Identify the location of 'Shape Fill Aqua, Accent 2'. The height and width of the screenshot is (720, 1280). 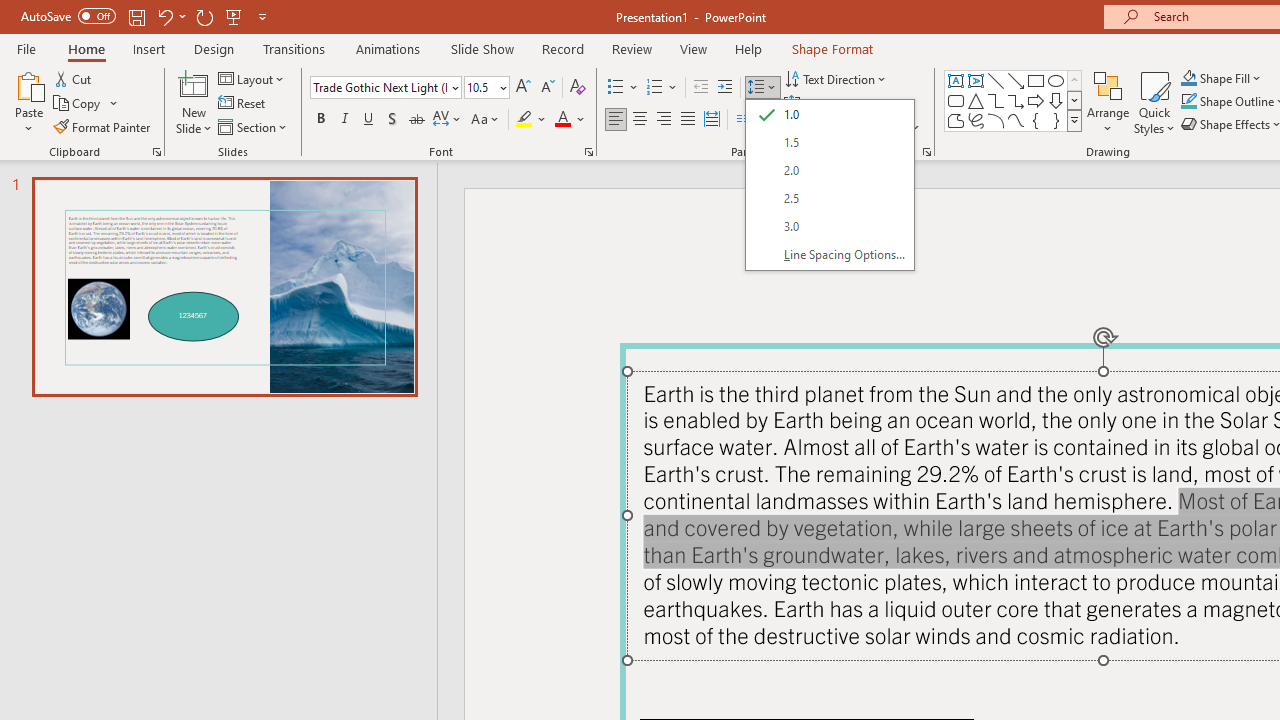
(1189, 77).